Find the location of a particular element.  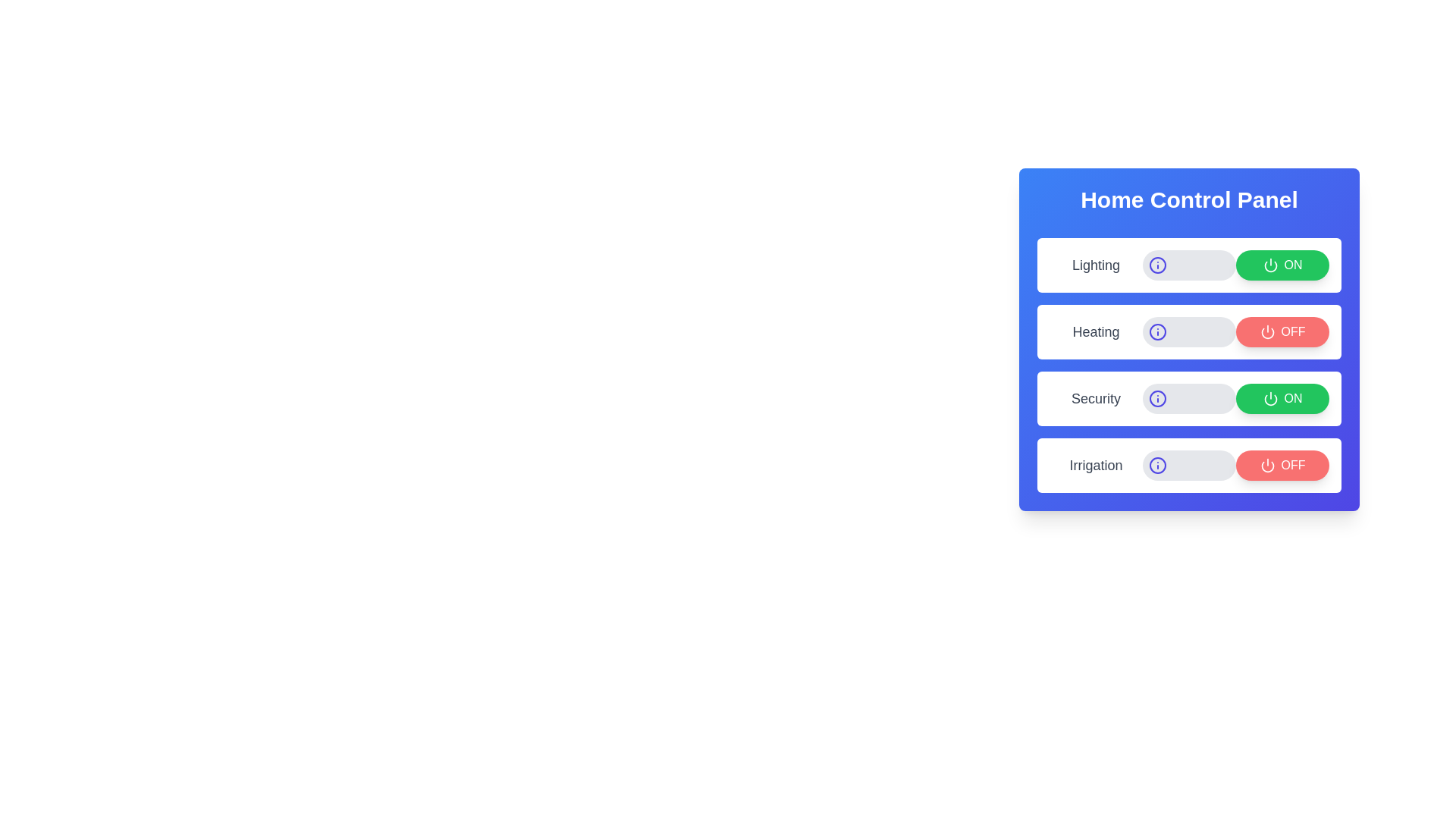

the title text of the panel to view it is located at coordinates (1188, 199).